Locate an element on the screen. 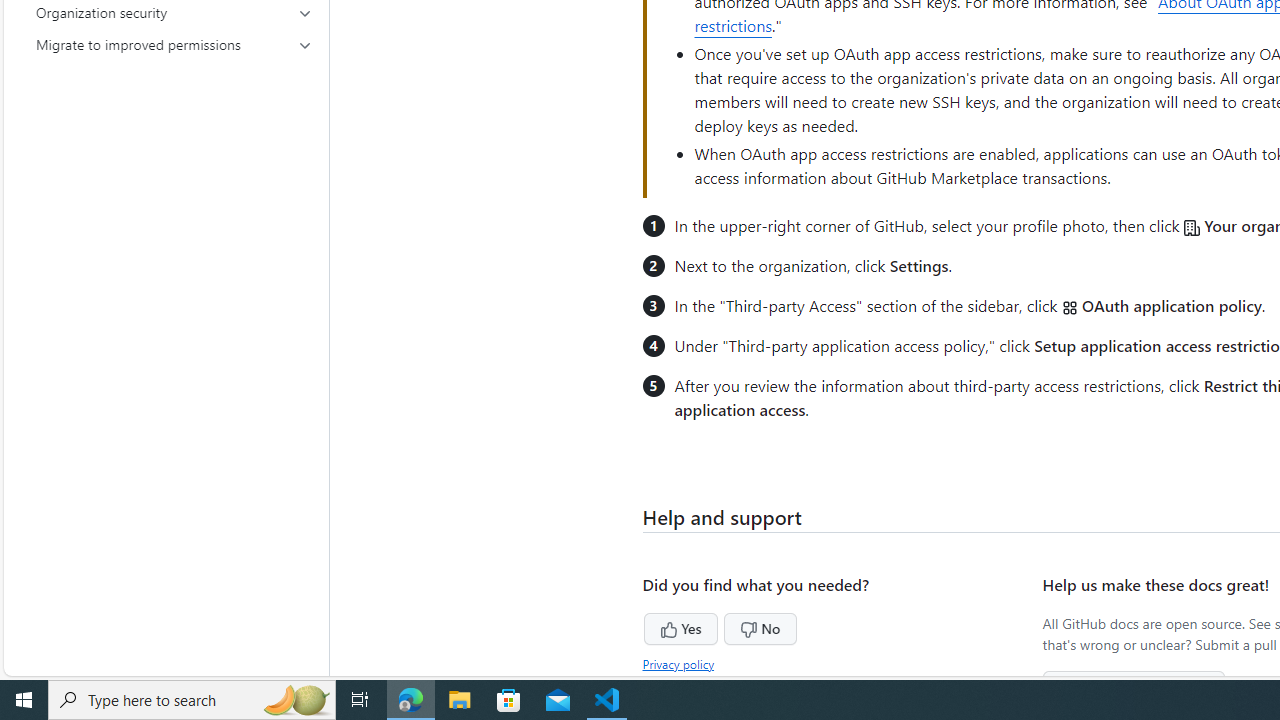 The width and height of the screenshot is (1280, 720). 'Make a contribution' is located at coordinates (1134, 685).